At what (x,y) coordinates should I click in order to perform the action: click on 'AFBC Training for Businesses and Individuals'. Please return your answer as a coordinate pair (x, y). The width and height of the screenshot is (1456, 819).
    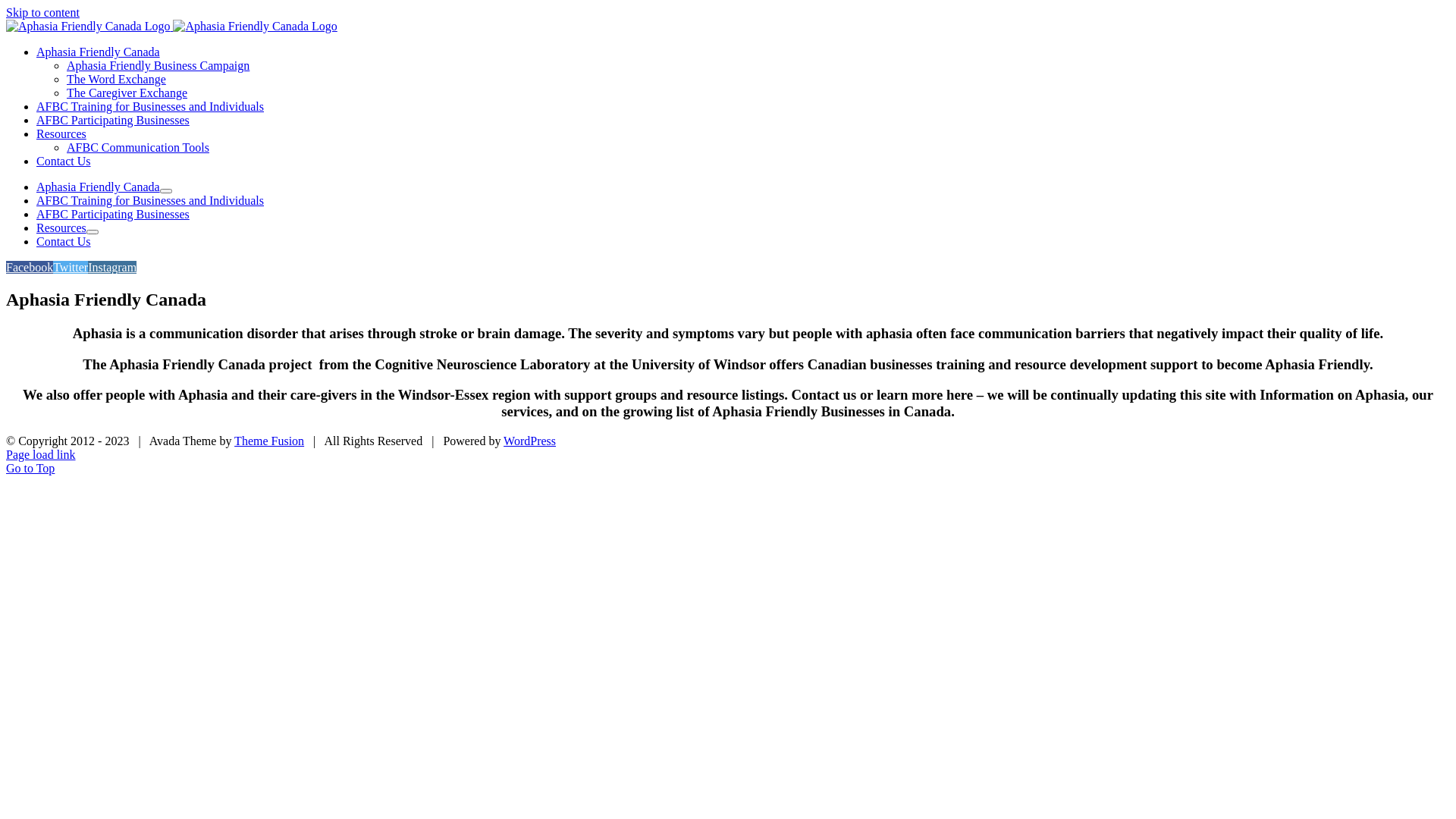
    Looking at the image, I should click on (149, 105).